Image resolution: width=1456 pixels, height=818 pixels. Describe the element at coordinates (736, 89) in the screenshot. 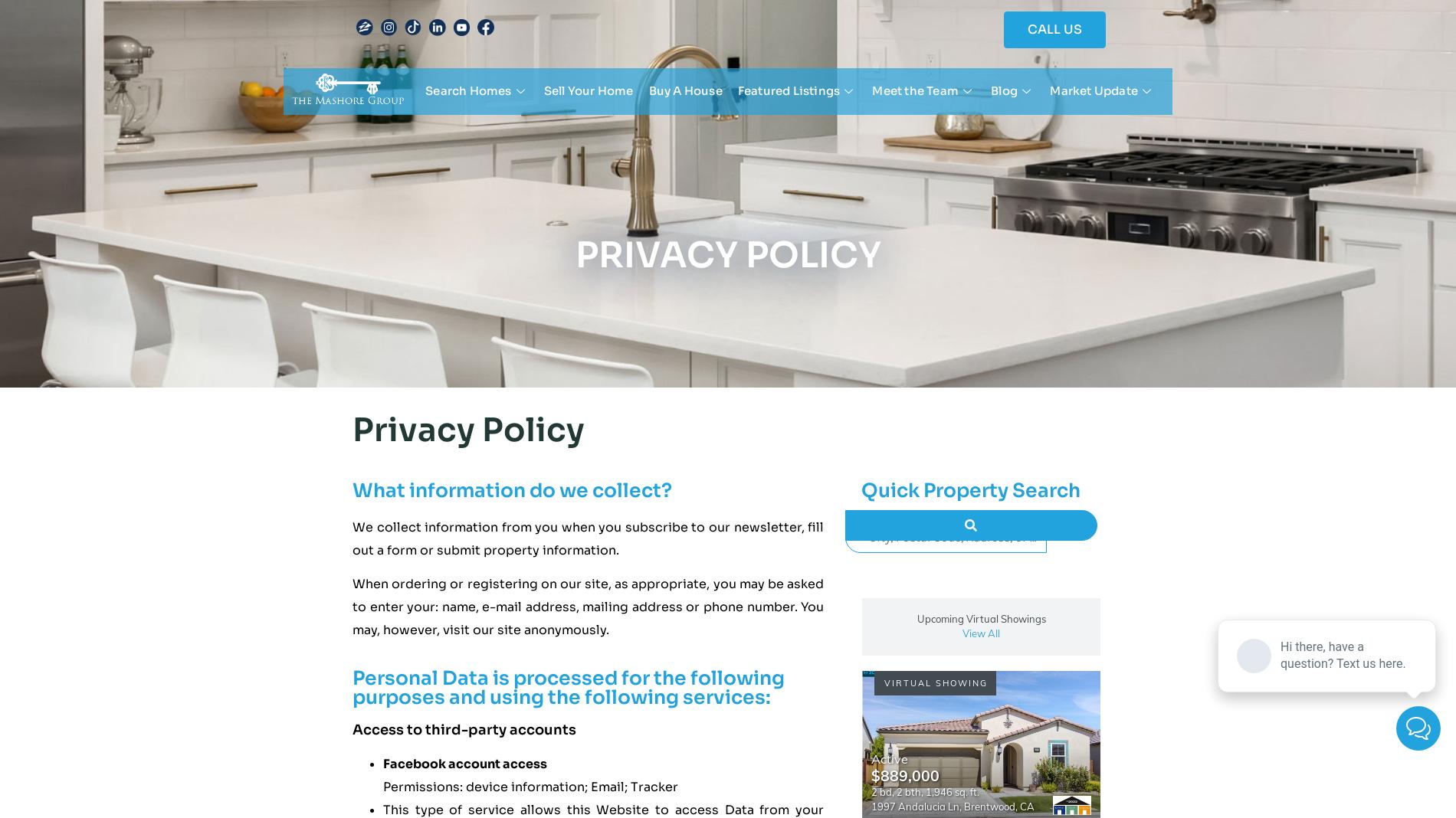

I see `'Featured Listings'` at that location.